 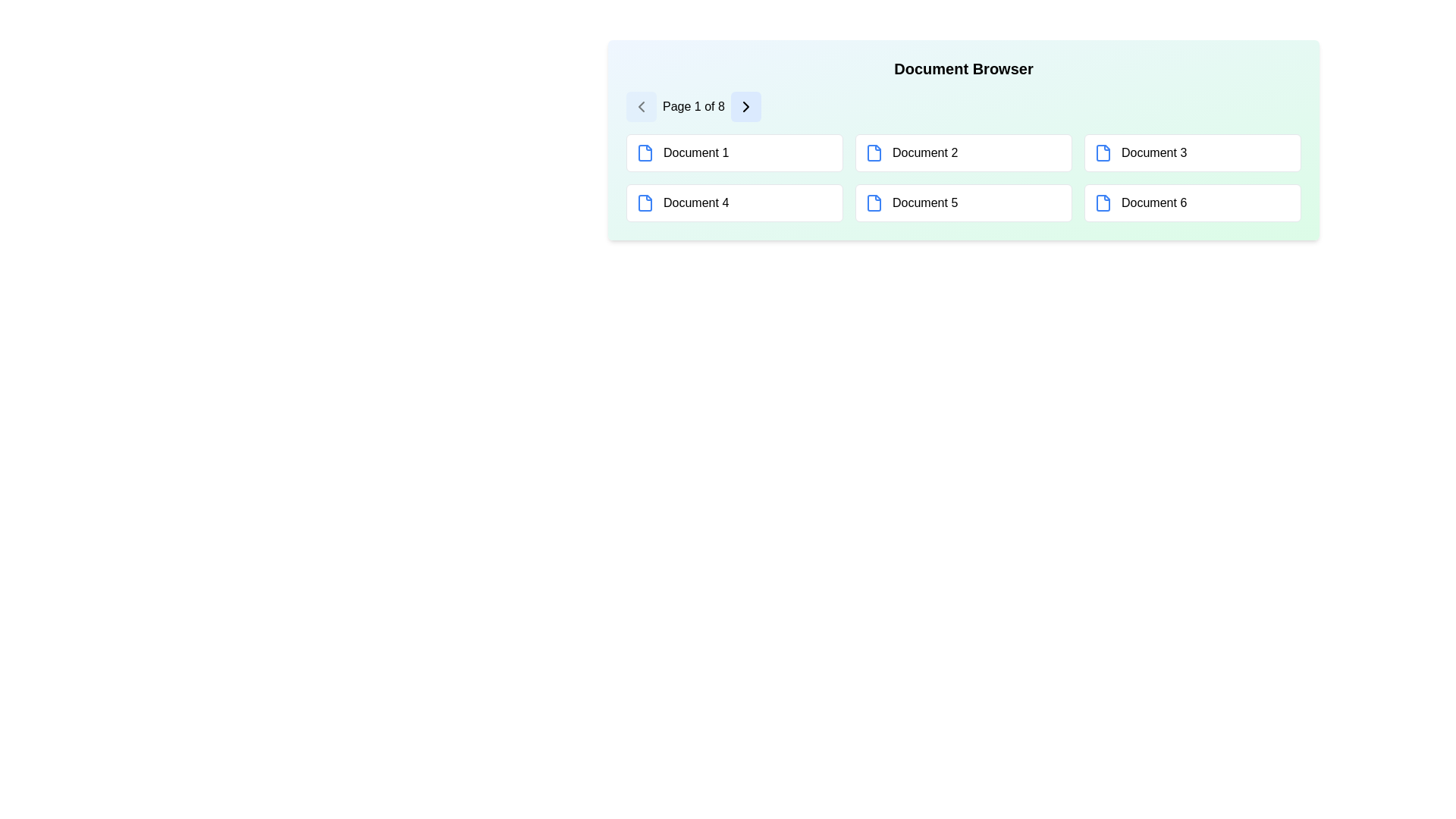 What do you see at coordinates (874, 202) in the screenshot?
I see `the small white and blue outlined file icon representing a document, located at the top-left corner of the 'Document 5' box` at bounding box center [874, 202].